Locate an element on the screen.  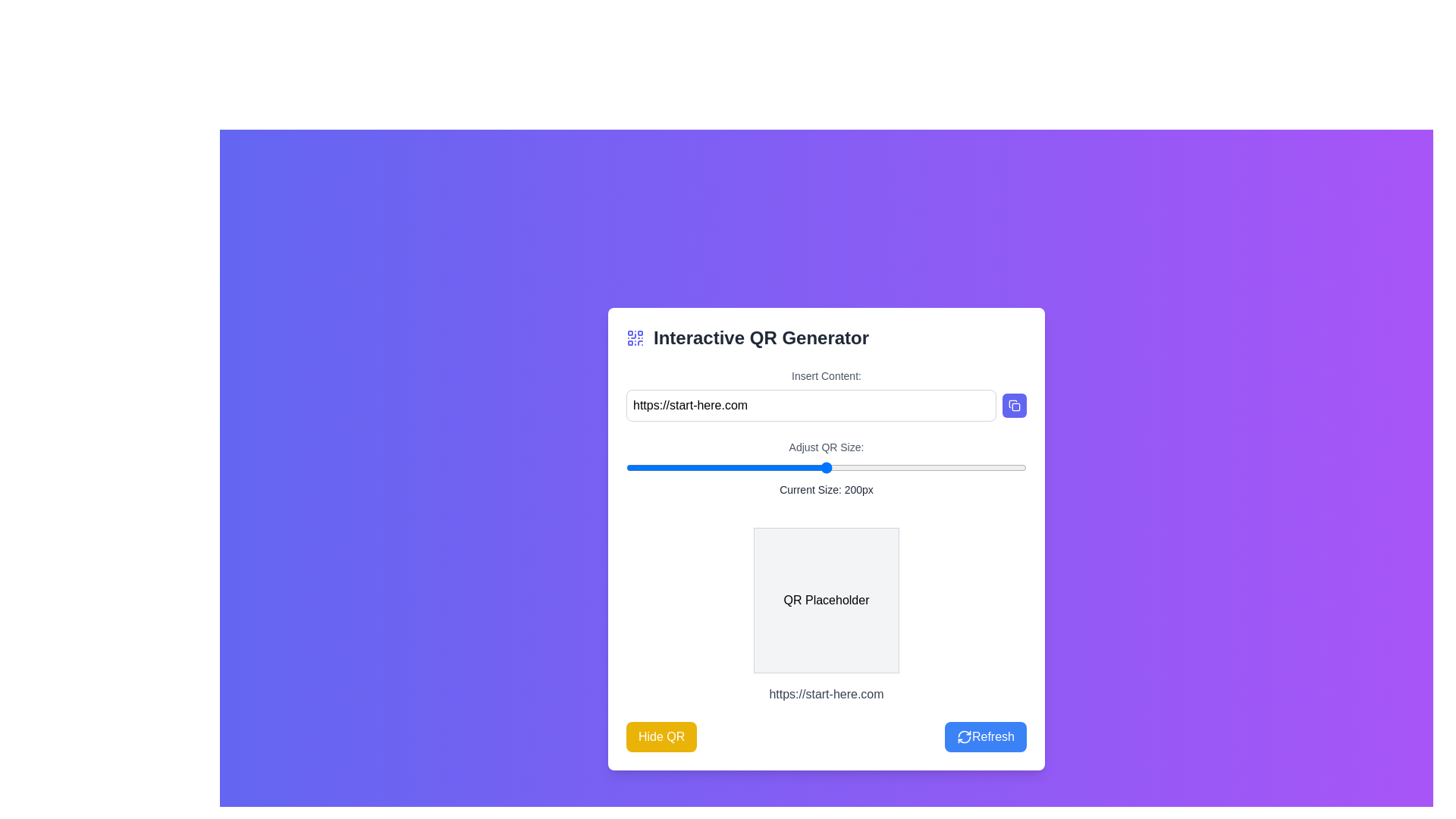
the text-based header or title for the QR generator interface is located at coordinates (825, 337).